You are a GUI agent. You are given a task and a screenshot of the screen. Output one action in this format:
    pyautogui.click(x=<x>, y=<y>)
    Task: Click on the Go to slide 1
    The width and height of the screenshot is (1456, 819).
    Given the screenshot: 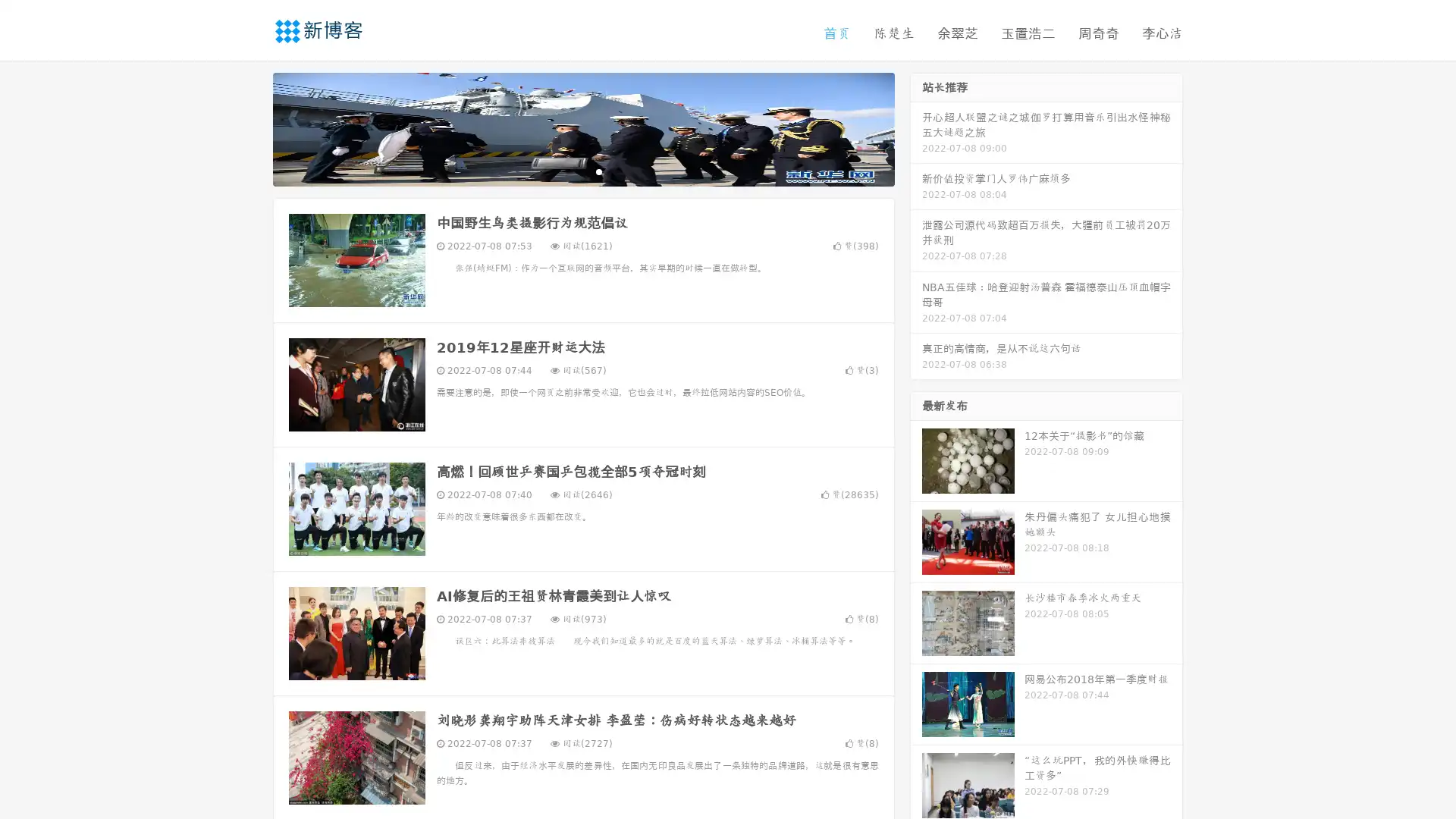 What is the action you would take?
    pyautogui.click(x=567, y=171)
    